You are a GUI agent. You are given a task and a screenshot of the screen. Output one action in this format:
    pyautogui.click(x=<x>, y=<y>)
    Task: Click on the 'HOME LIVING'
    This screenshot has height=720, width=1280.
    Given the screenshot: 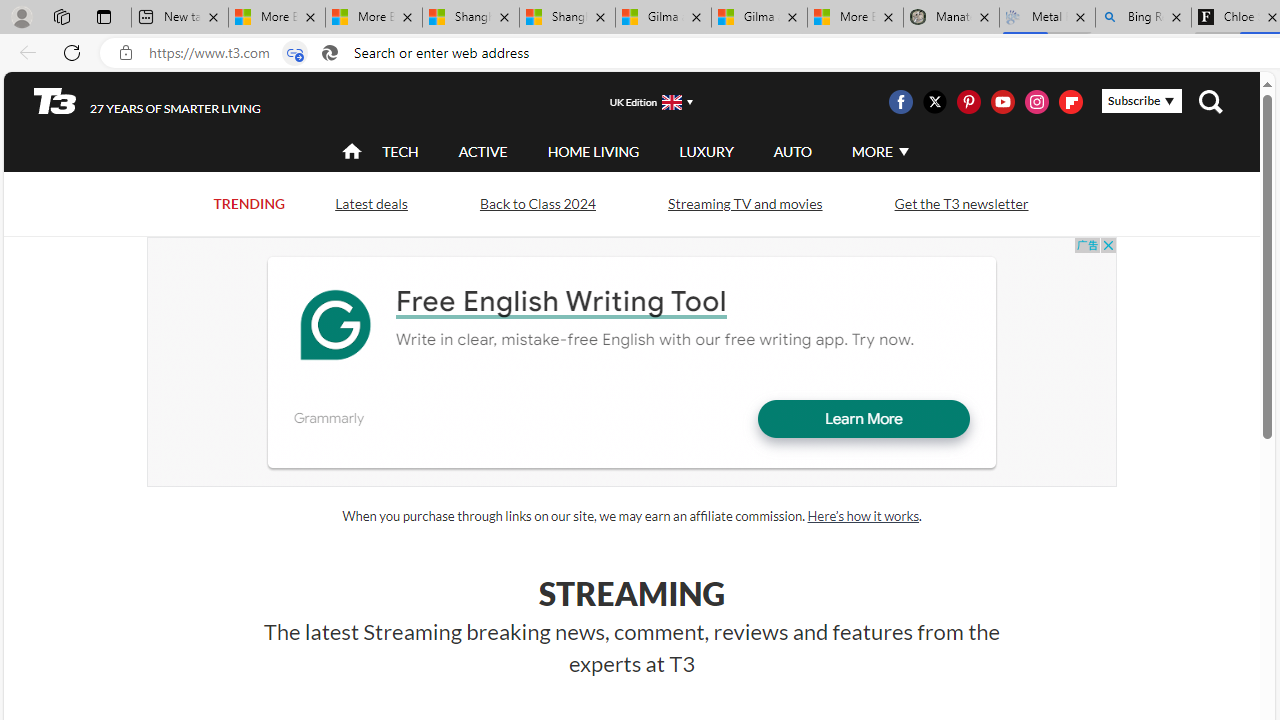 What is the action you would take?
    pyautogui.click(x=592, y=150)
    